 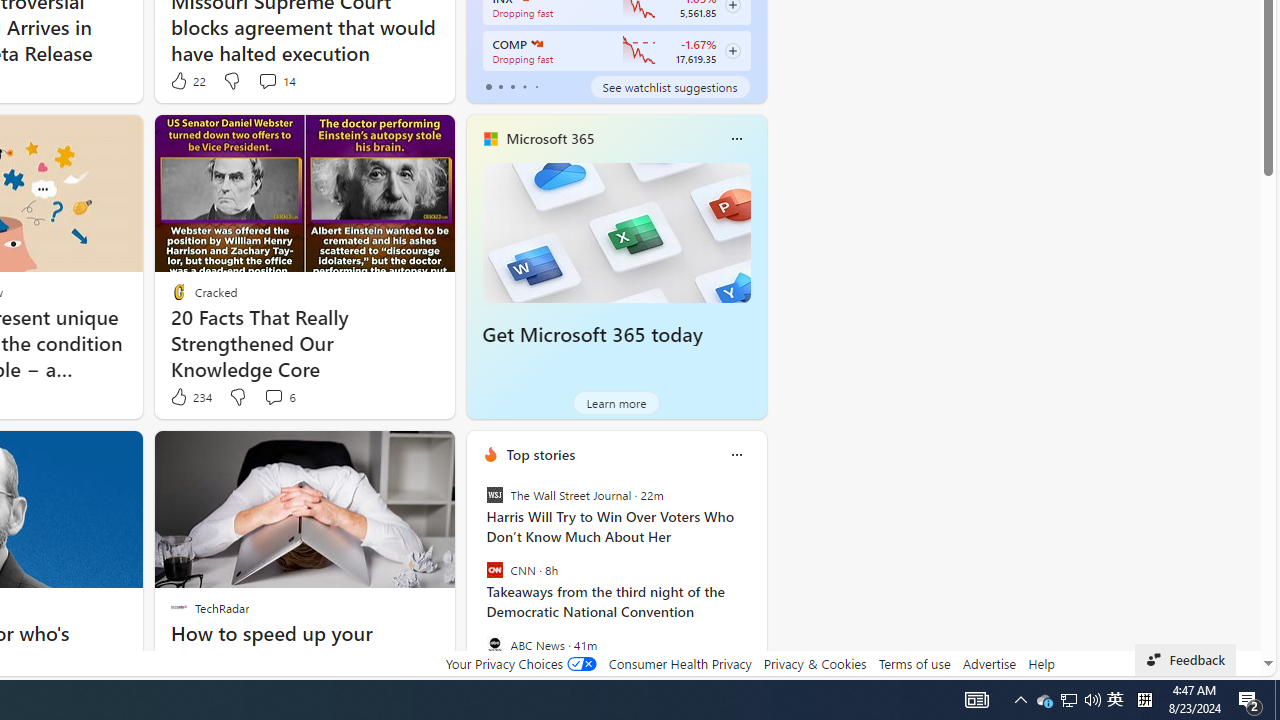 I want to click on 'The Wall Street Journal', so click(x=494, y=495).